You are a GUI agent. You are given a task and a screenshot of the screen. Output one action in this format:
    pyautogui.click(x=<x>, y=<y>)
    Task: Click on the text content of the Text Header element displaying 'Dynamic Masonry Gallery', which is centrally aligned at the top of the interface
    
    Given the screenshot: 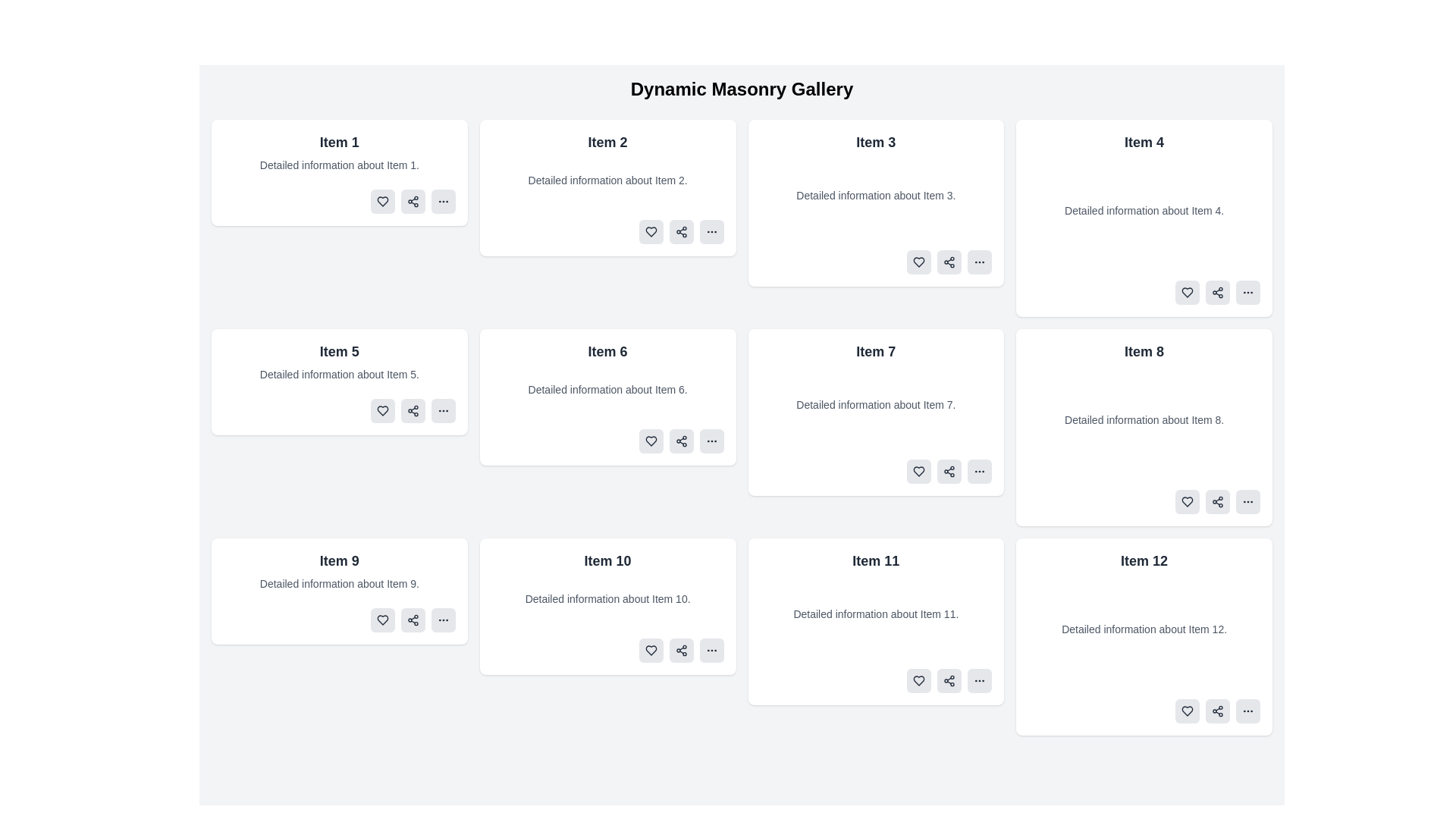 What is the action you would take?
    pyautogui.click(x=742, y=89)
    